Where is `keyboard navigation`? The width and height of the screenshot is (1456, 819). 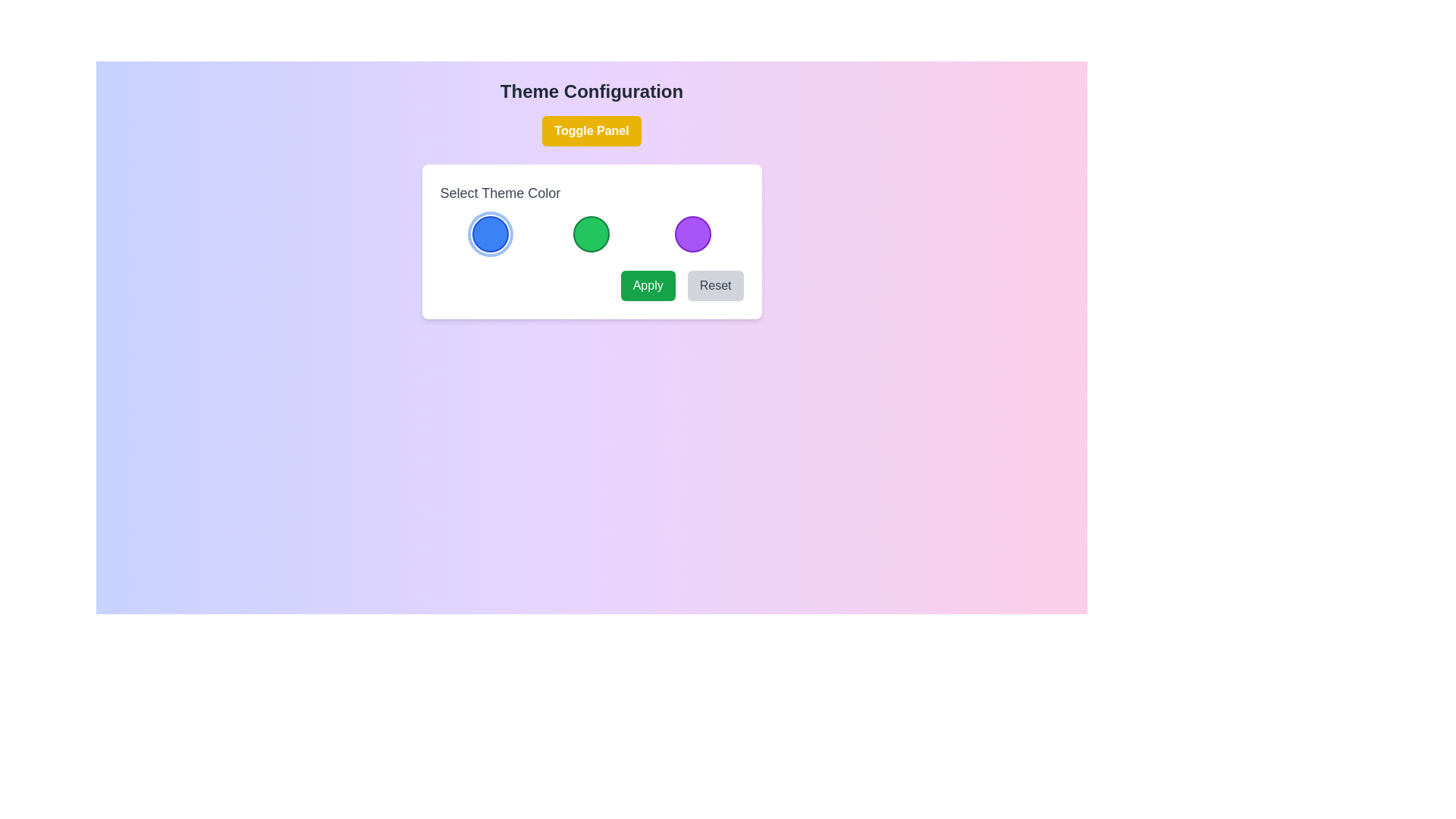
keyboard navigation is located at coordinates (648, 286).